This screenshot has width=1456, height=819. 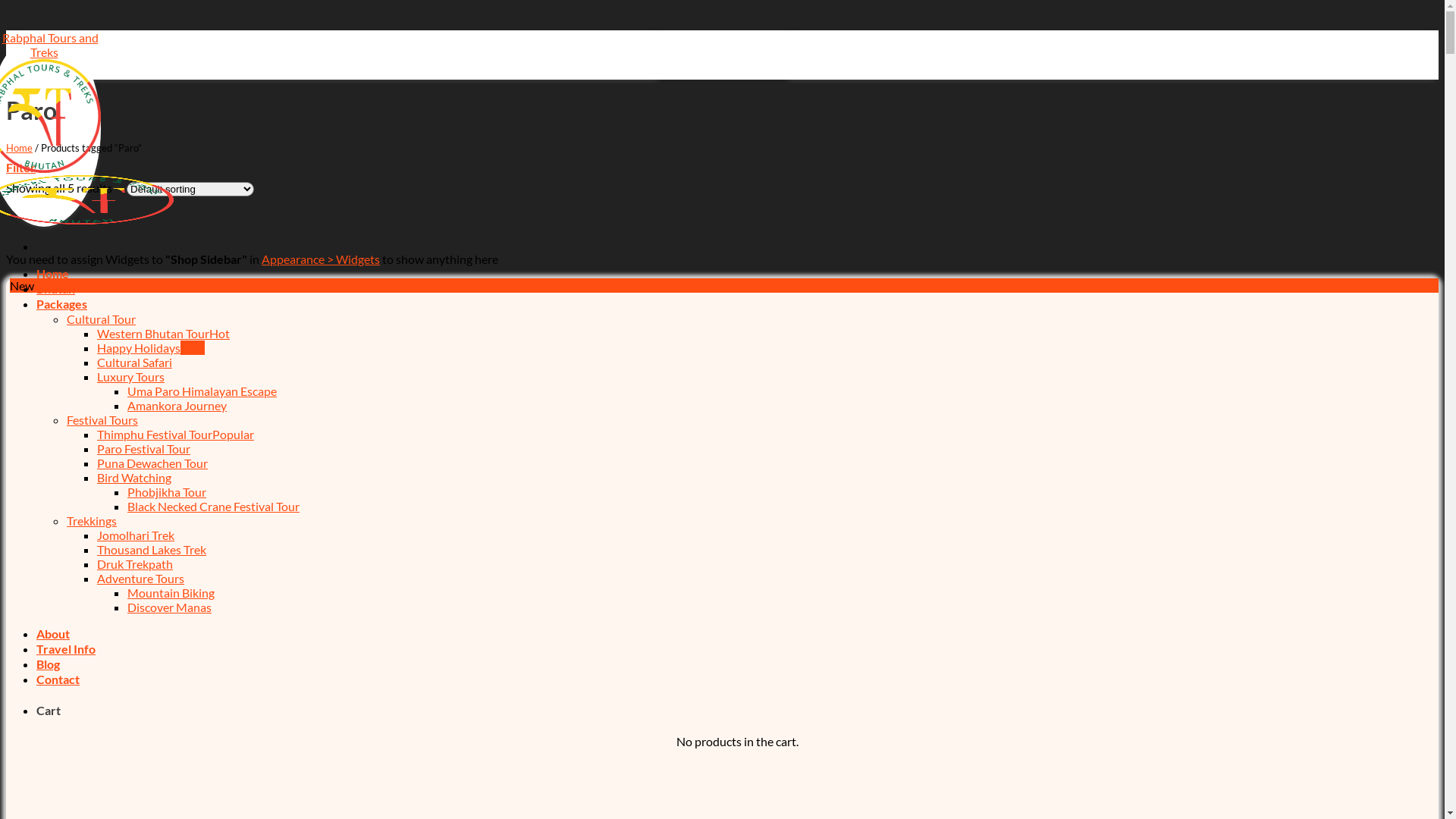 What do you see at coordinates (167, 491) in the screenshot?
I see `'Phobjikha Tour'` at bounding box center [167, 491].